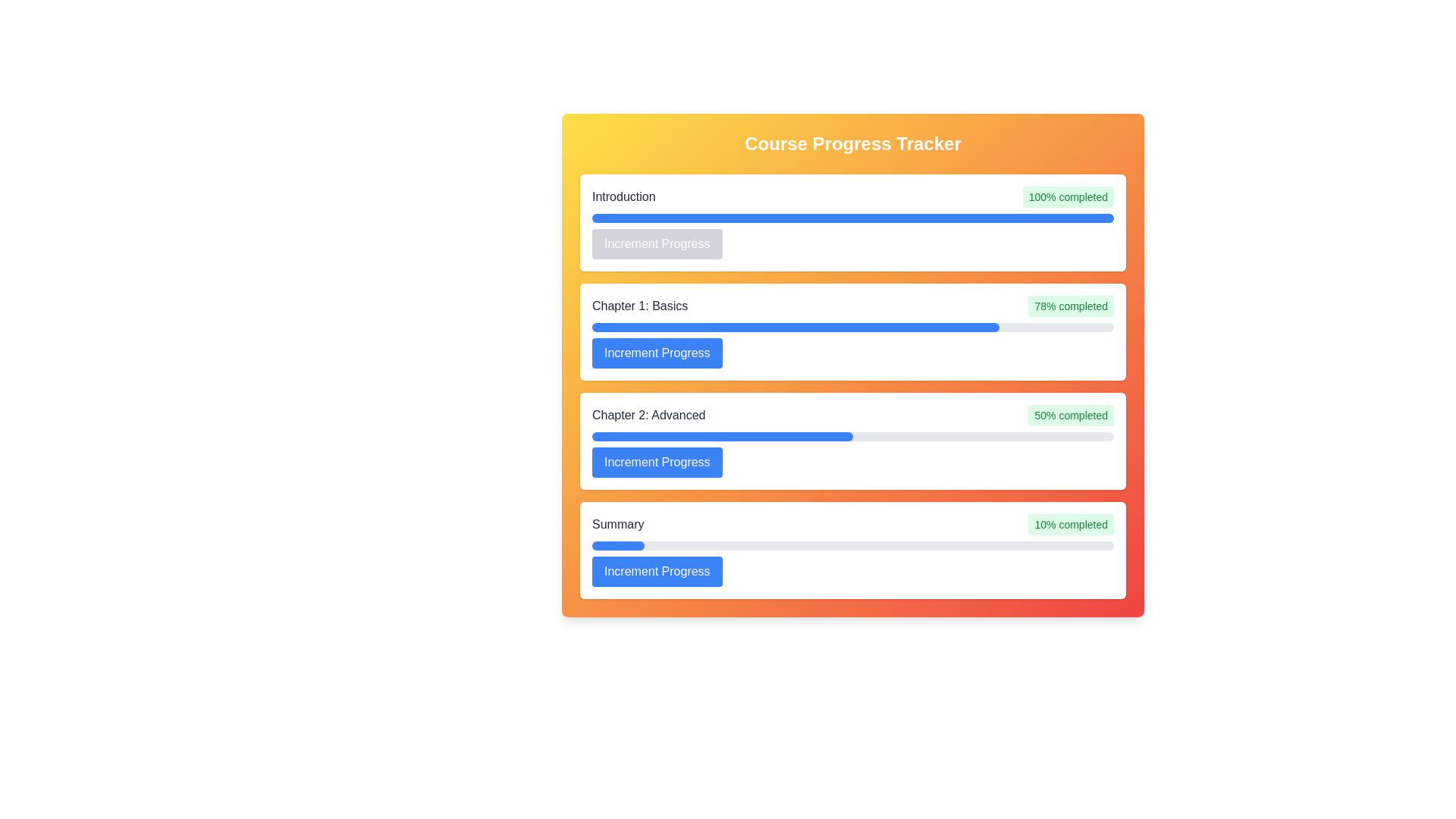 This screenshot has height=819, width=1456. Describe the element at coordinates (852, 327) in the screenshot. I see `the progress indicator bar located in the 'Chapter 1: Basics' section` at that location.